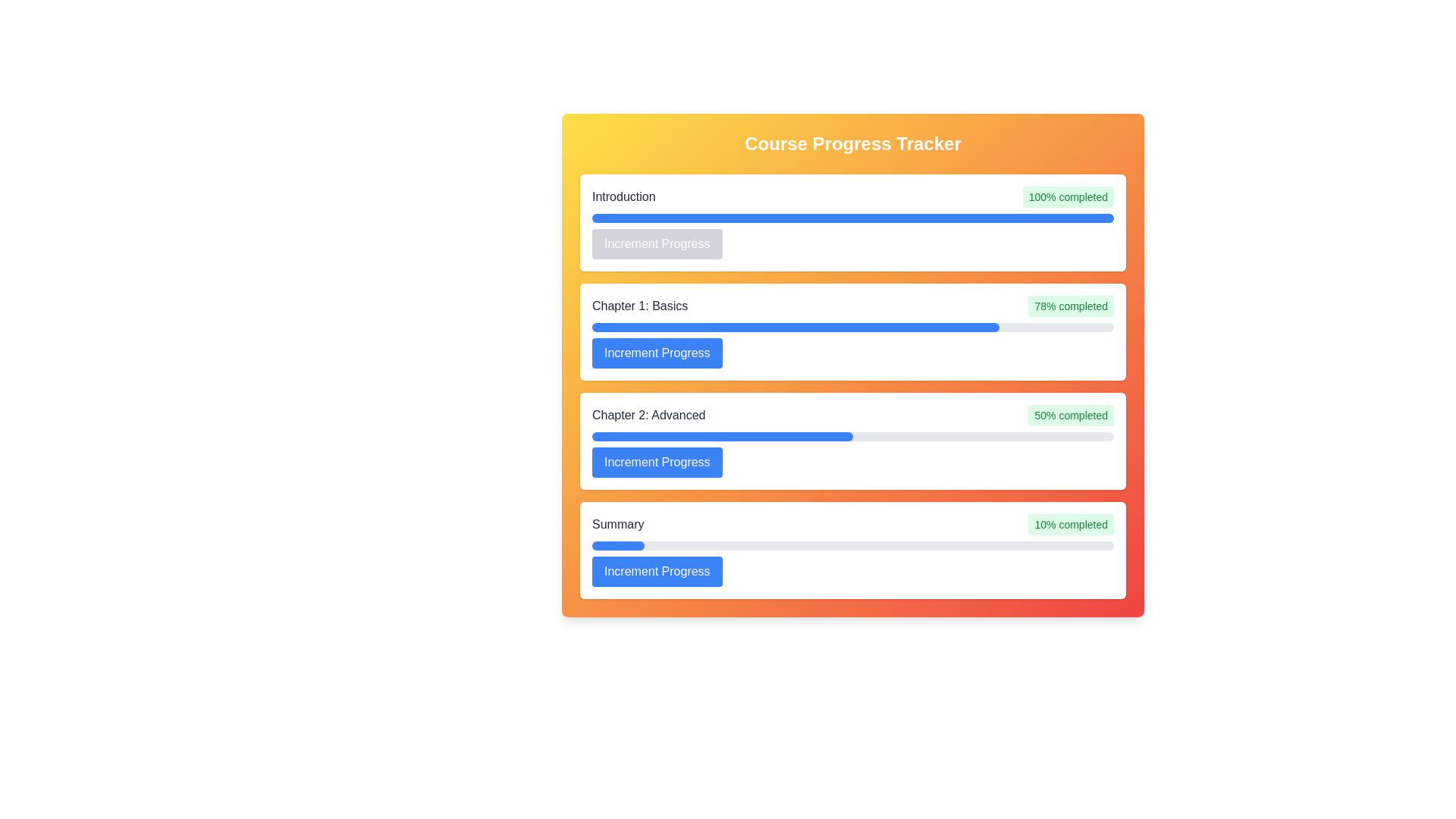 This screenshot has height=819, width=1456. Describe the element at coordinates (852, 327) in the screenshot. I see `the progress indicator bar located in the 'Chapter 1: Basics' section` at that location.